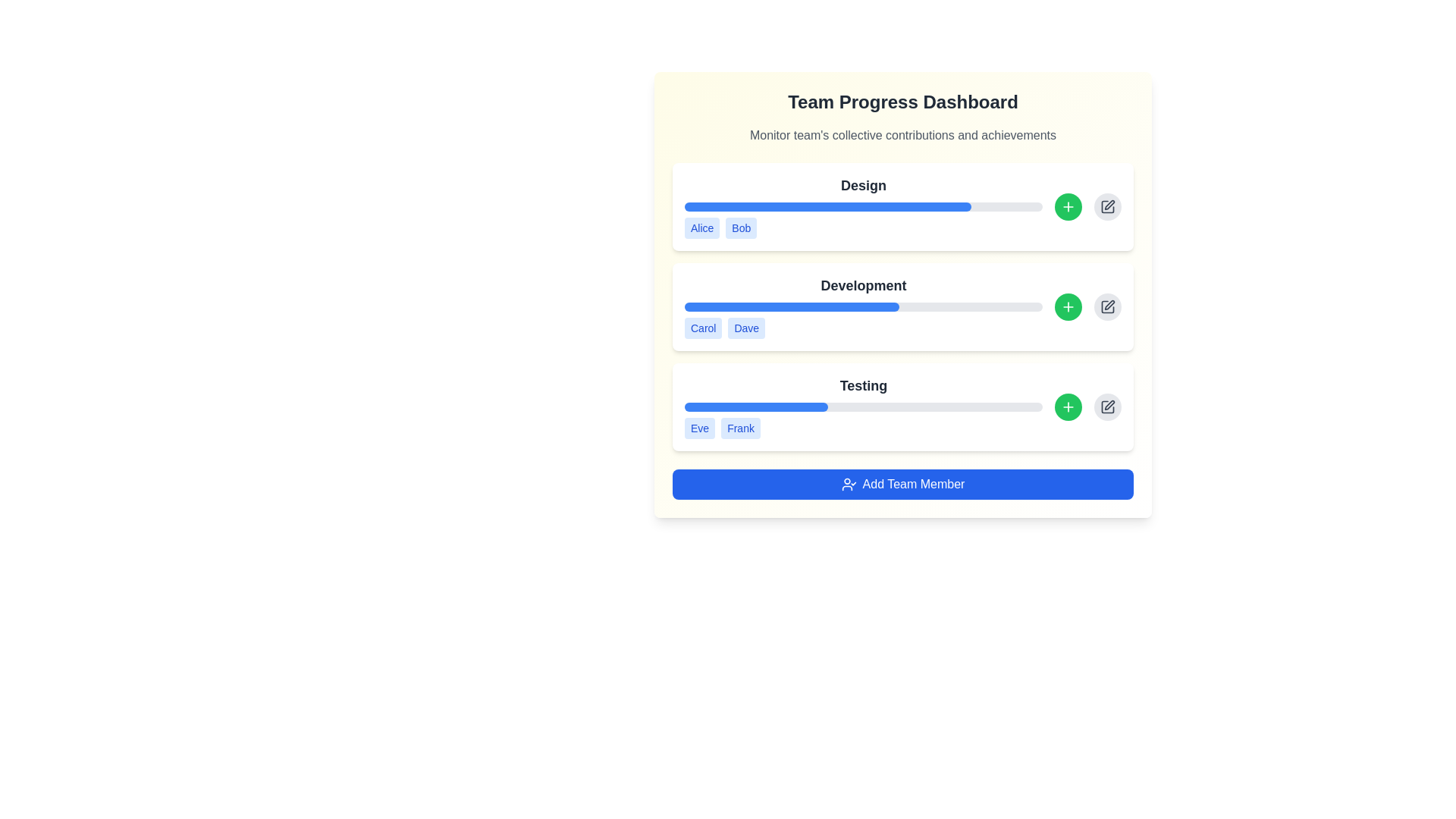 The height and width of the screenshot is (819, 1456). What do you see at coordinates (863, 385) in the screenshot?
I see `the text label that identifies the category or task associated with the progress bar and member labels, located in the third section of a vertically stacked list` at bounding box center [863, 385].